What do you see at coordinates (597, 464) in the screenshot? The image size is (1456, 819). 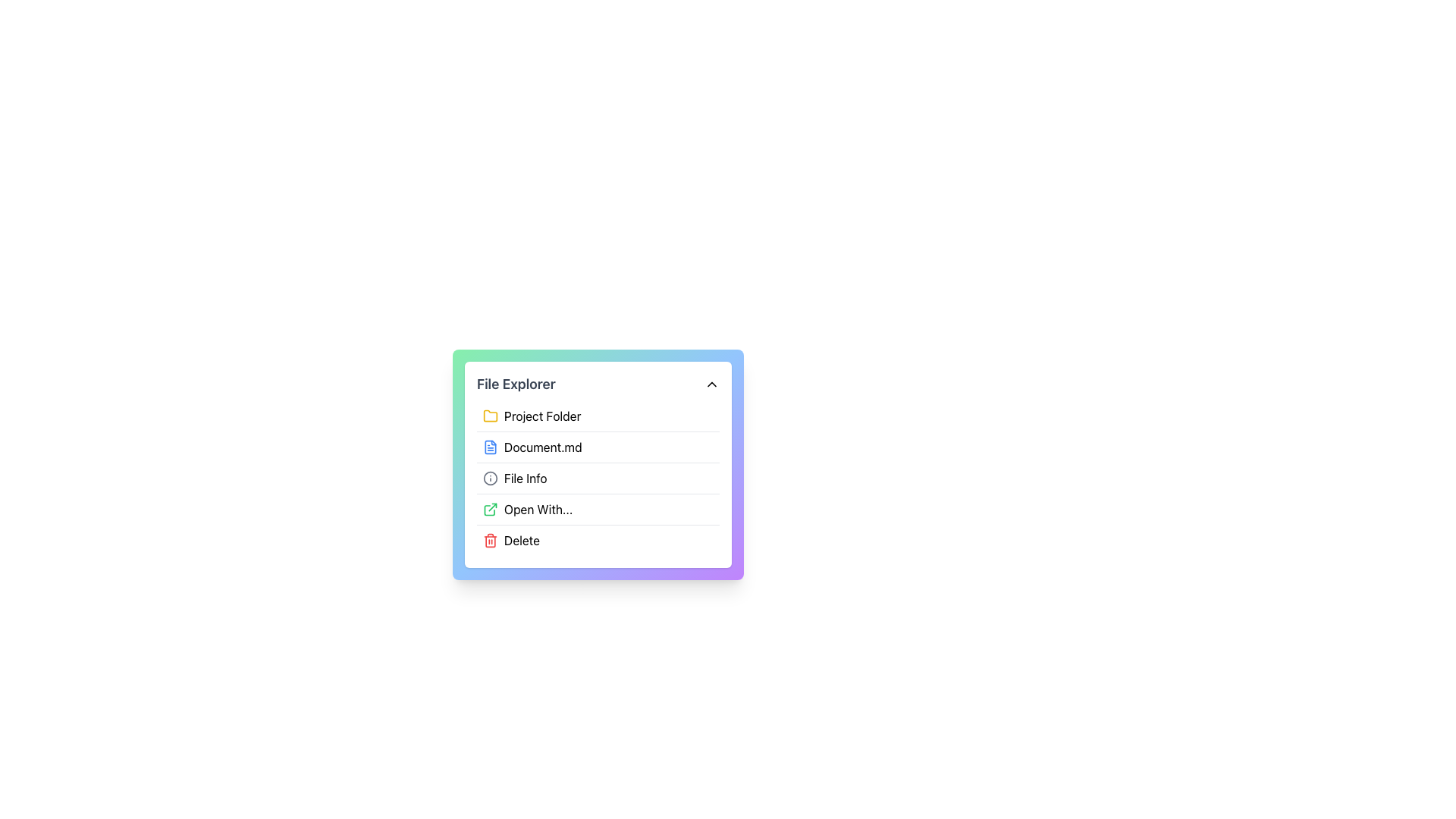 I see `the list item representing the file named 'Document.md' in the 'File Explorer'` at bounding box center [597, 464].